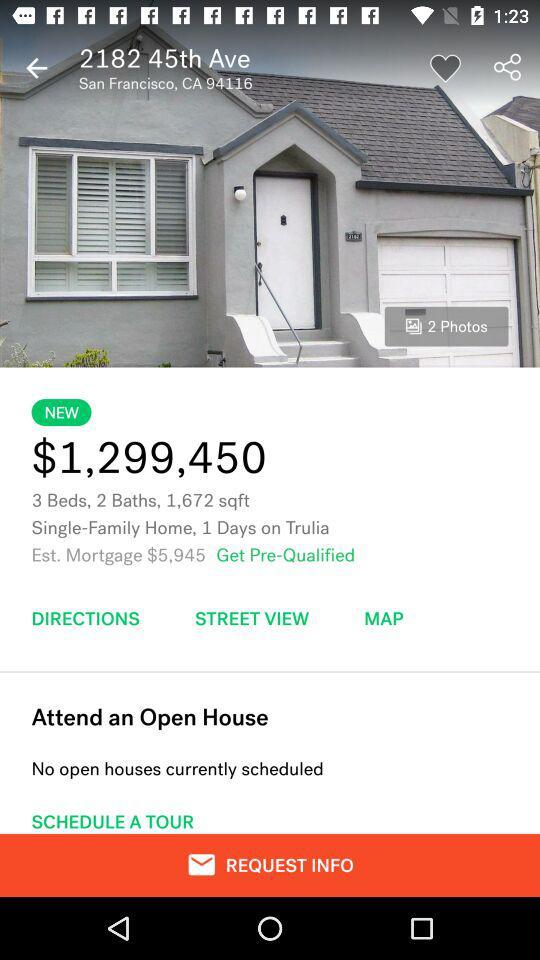  I want to click on street view, so click(252, 617).